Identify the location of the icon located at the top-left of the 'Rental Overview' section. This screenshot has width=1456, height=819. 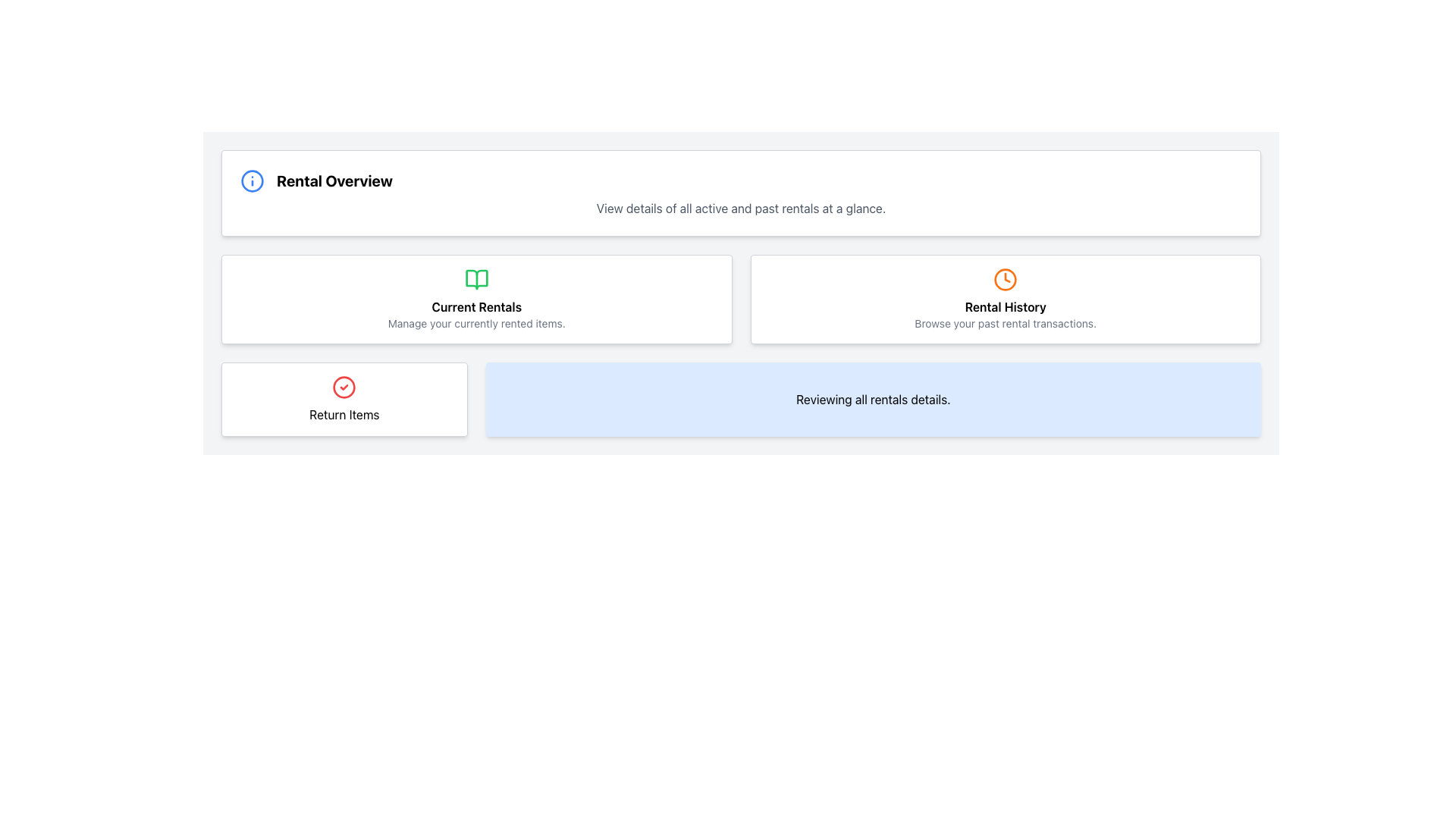
(252, 180).